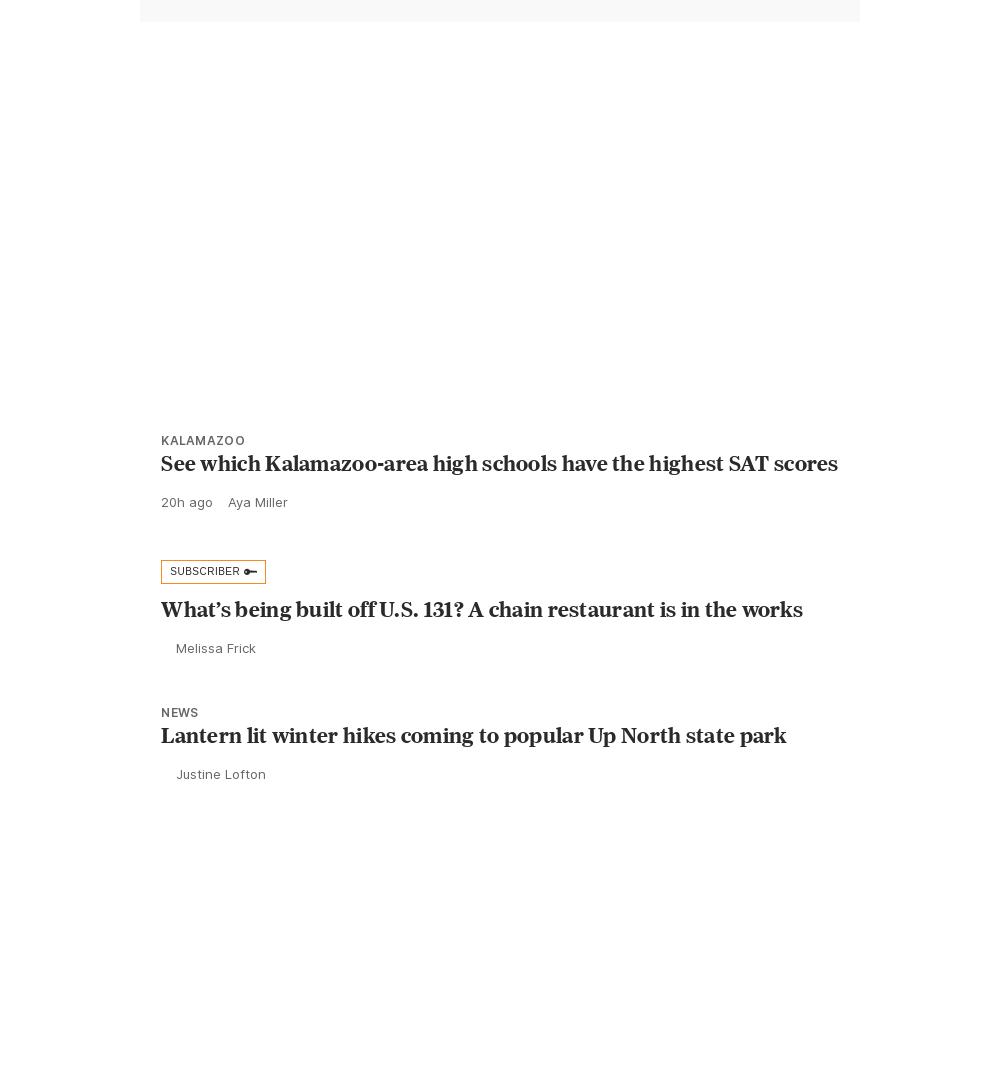 The height and width of the screenshot is (1066, 1000). Describe the element at coordinates (258, 545) in the screenshot. I see `'Aya Miller'` at that location.